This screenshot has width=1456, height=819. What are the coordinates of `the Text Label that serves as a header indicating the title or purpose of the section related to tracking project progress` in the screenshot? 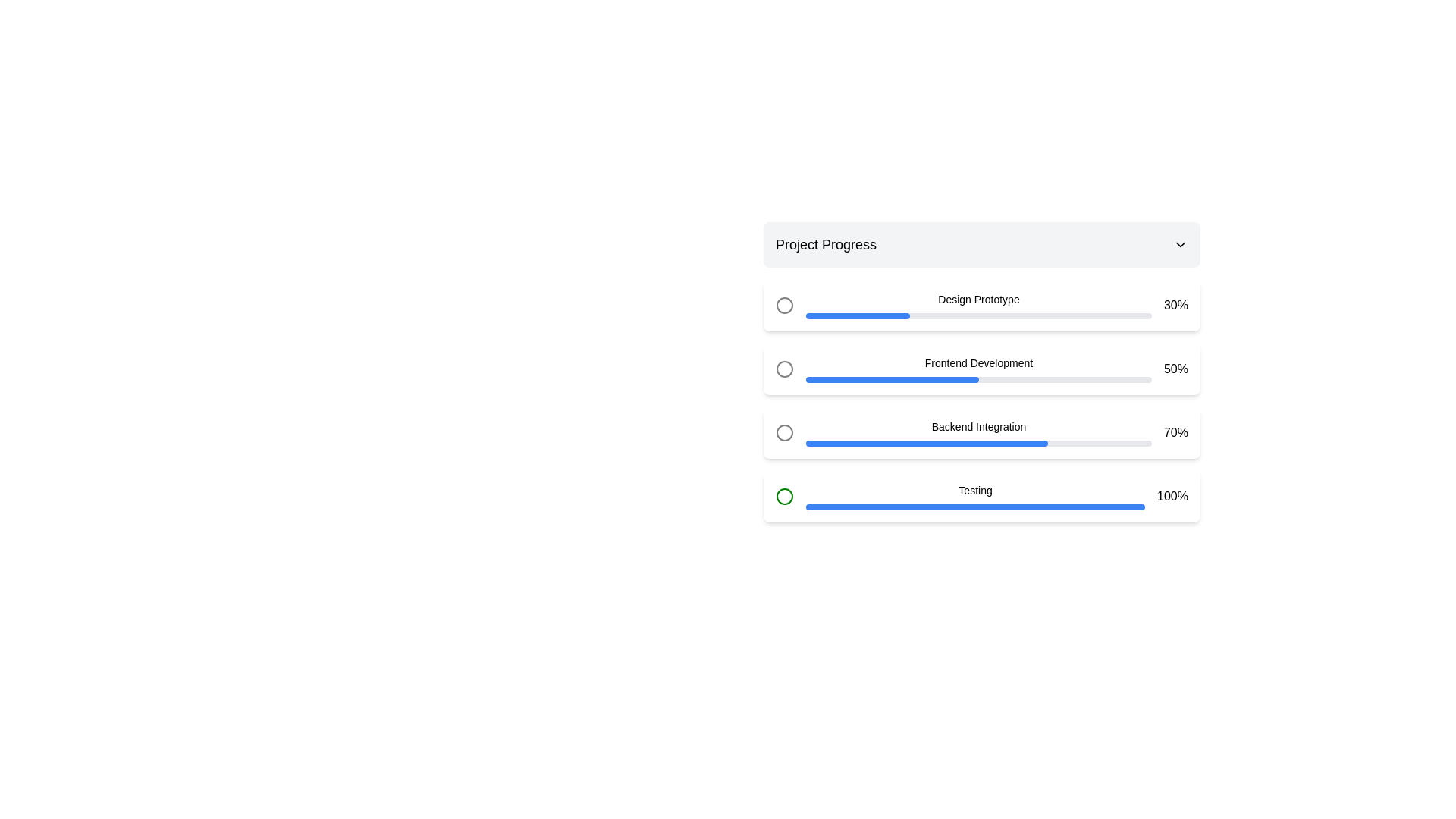 It's located at (825, 244).